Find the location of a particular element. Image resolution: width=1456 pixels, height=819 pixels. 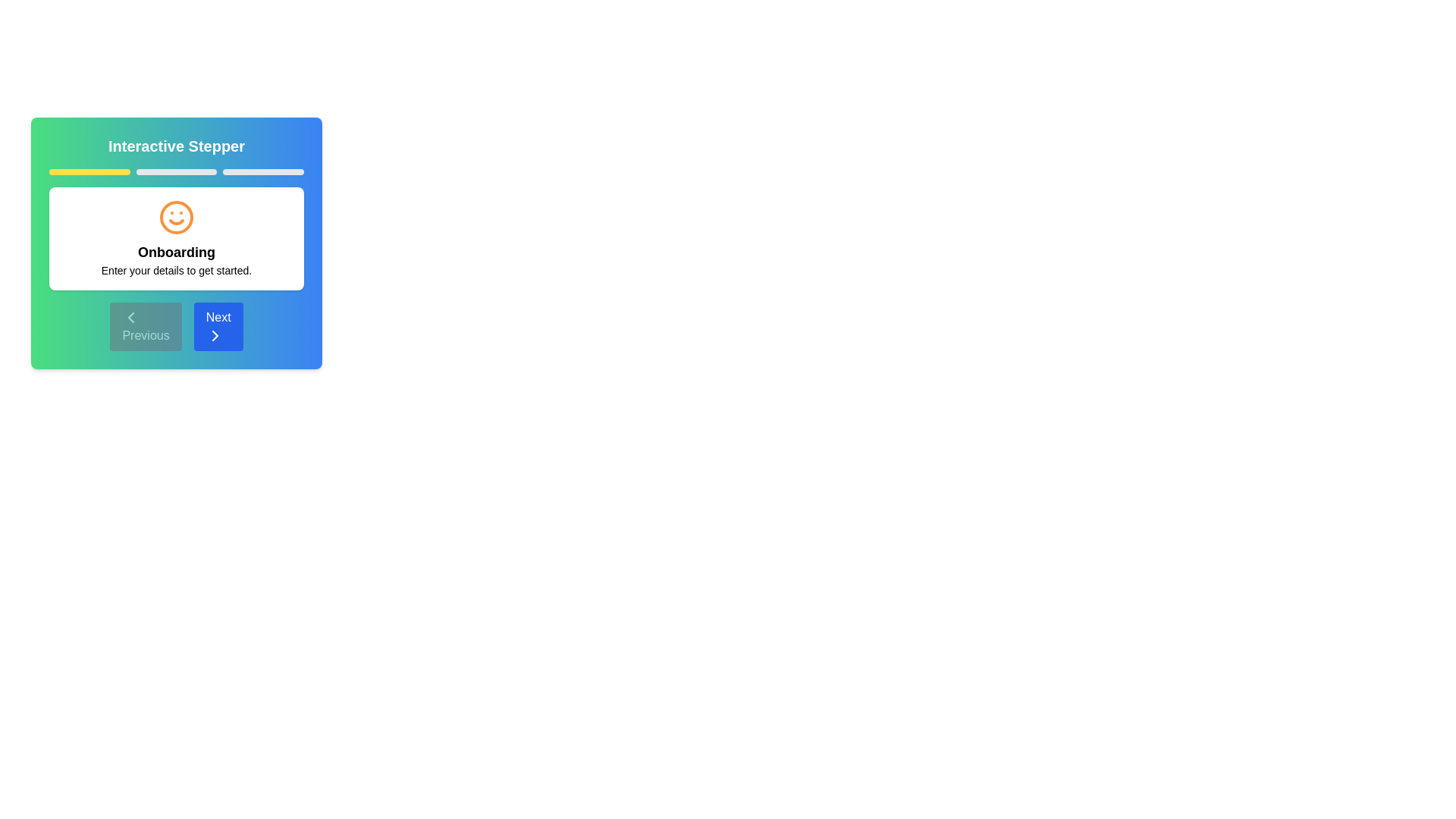

'Next' button to proceed to the next step is located at coordinates (218, 326).